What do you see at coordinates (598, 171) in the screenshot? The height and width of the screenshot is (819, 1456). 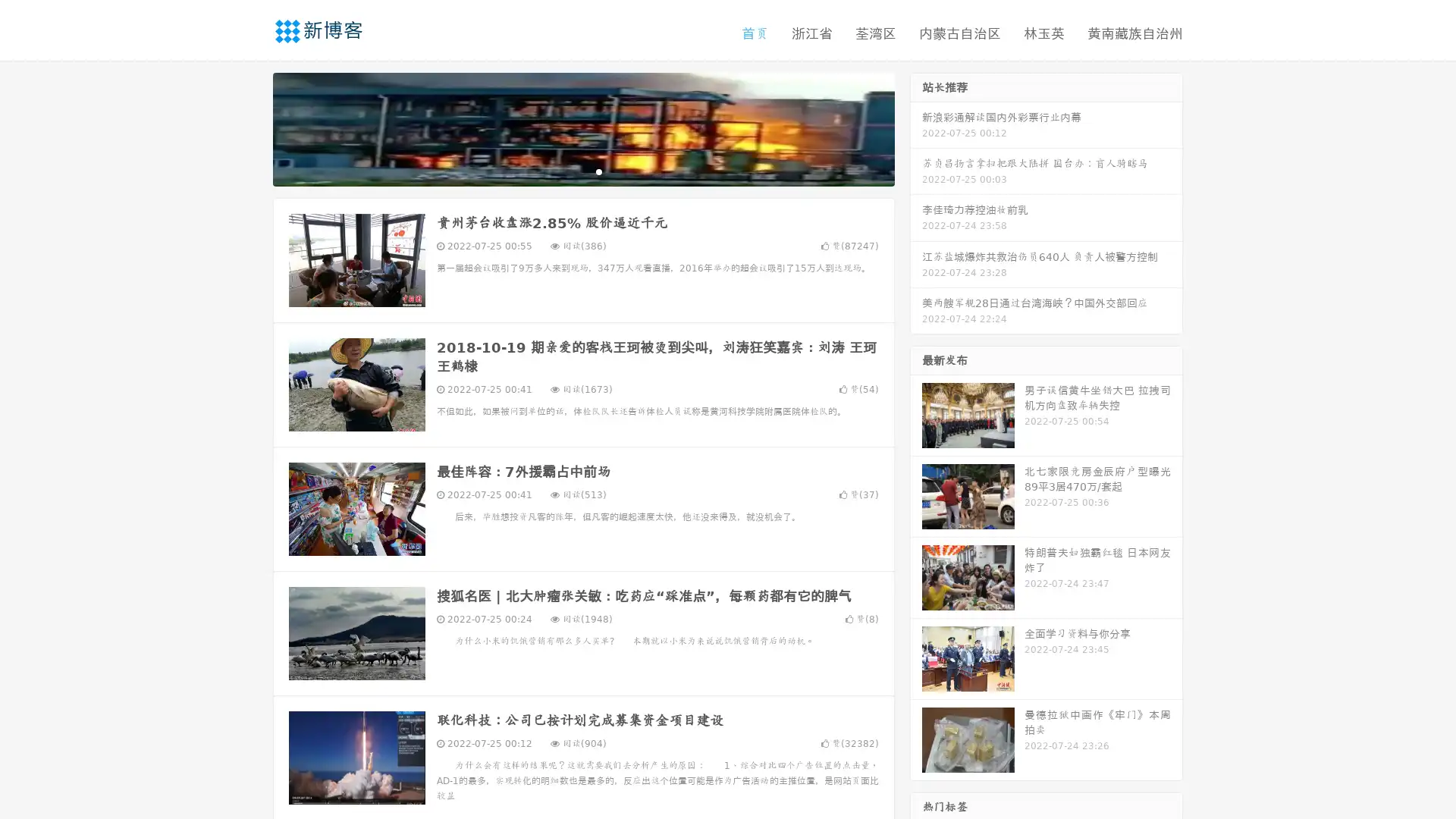 I see `Go to slide 3` at bounding box center [598, 171].